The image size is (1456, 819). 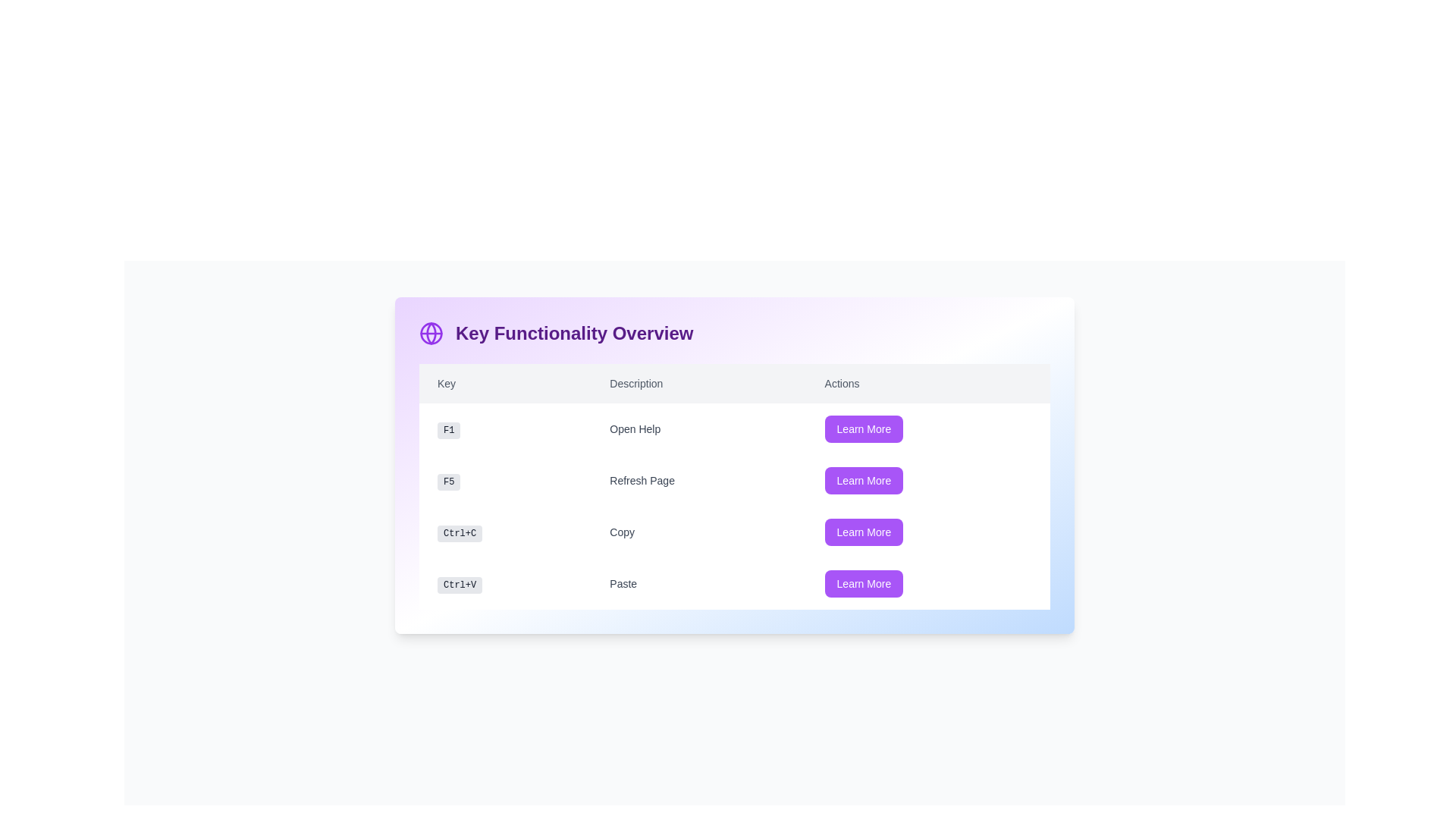 What do you see at coordinates (864, 429) in the screenshot?
I see `the vibrant purple 'Learn More' button with white text located under the 'Actions' header, aligned with the 'Open Help' row in the table` at bounding box center [864, 429].